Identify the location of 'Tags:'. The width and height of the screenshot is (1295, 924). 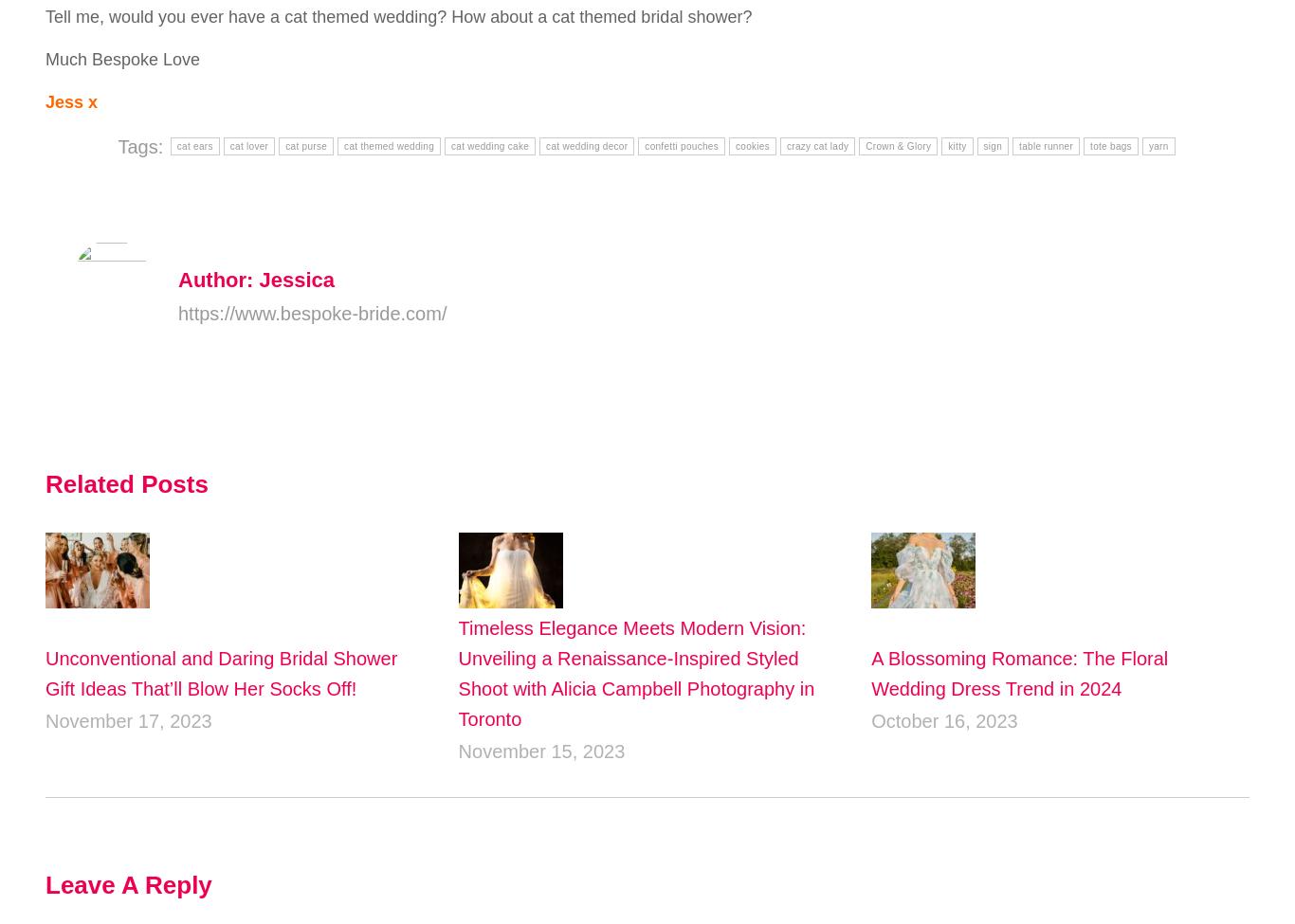
(141, 144).